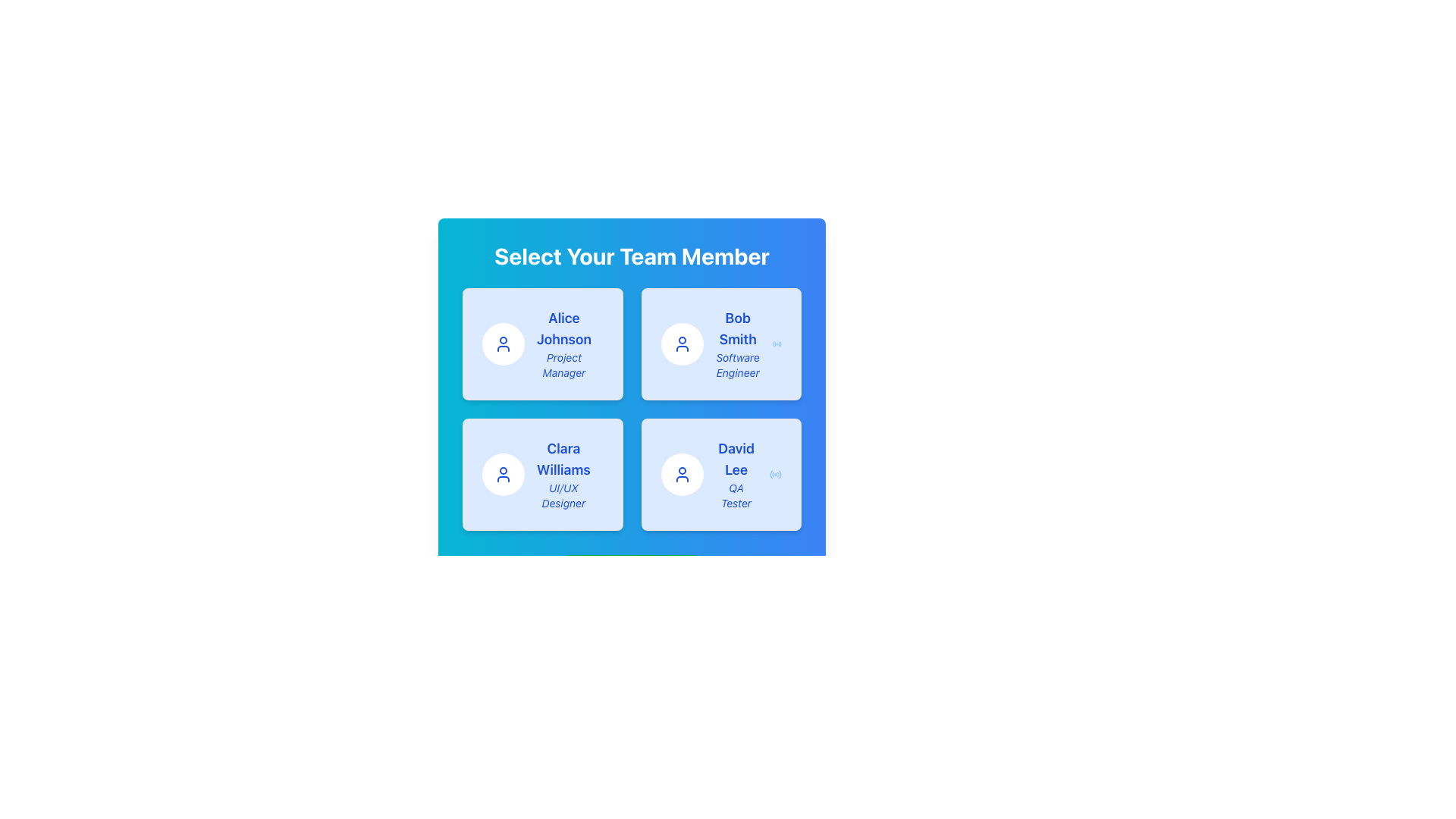 The height and width of the screenshot is (819, 1456). What do you see at coordinates (736, 473) in the screenshot?
I see `text content displayed in the Text Display element showing the name 'David Lee' and the role 'QA Tester', which is prominently styled within a bordered card component in the bottom-right card of the grid` at bounding box center [736, 473].